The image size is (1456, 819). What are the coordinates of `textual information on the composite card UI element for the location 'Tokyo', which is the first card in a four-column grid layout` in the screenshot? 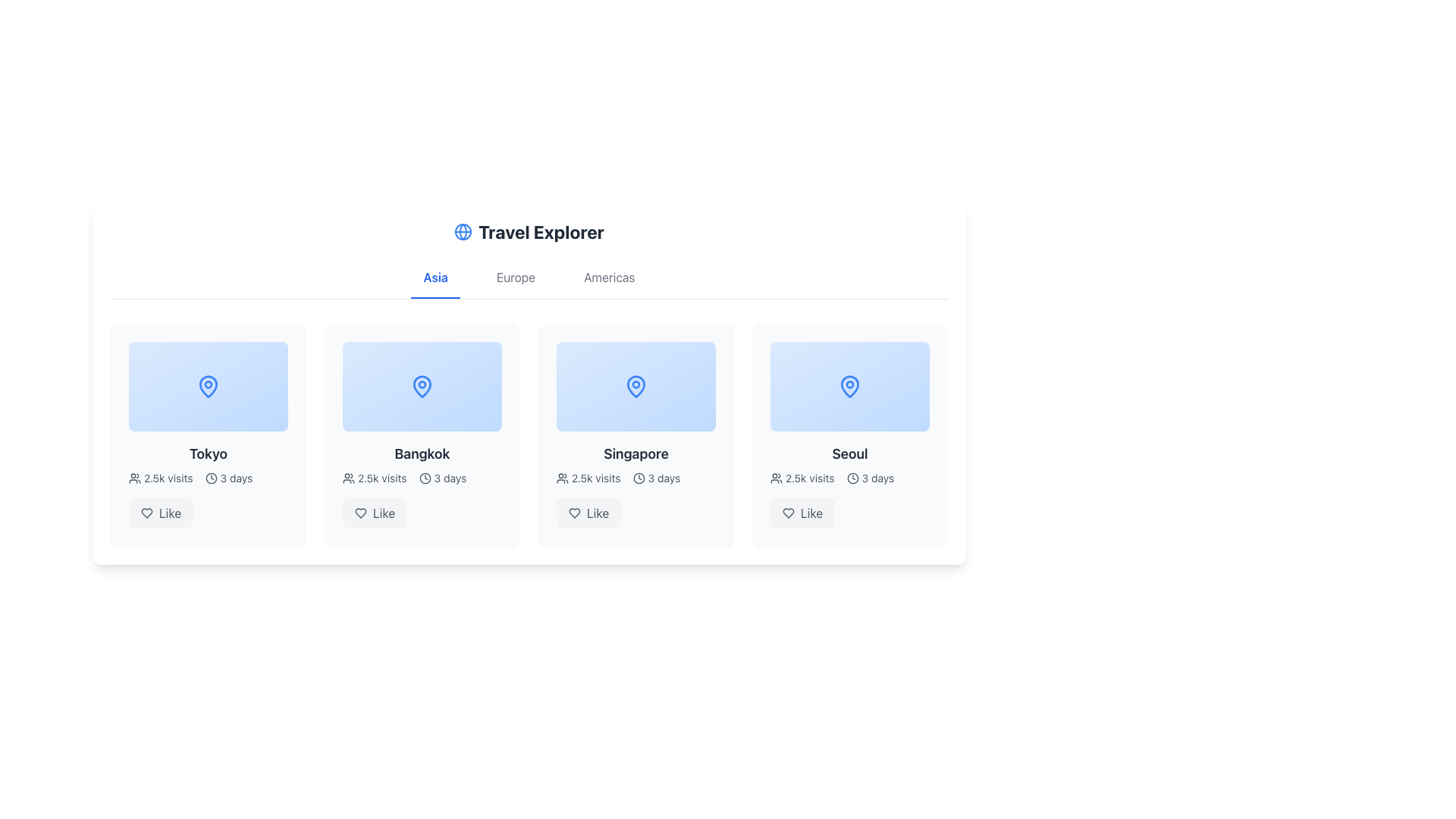 It's located at (207, 435).